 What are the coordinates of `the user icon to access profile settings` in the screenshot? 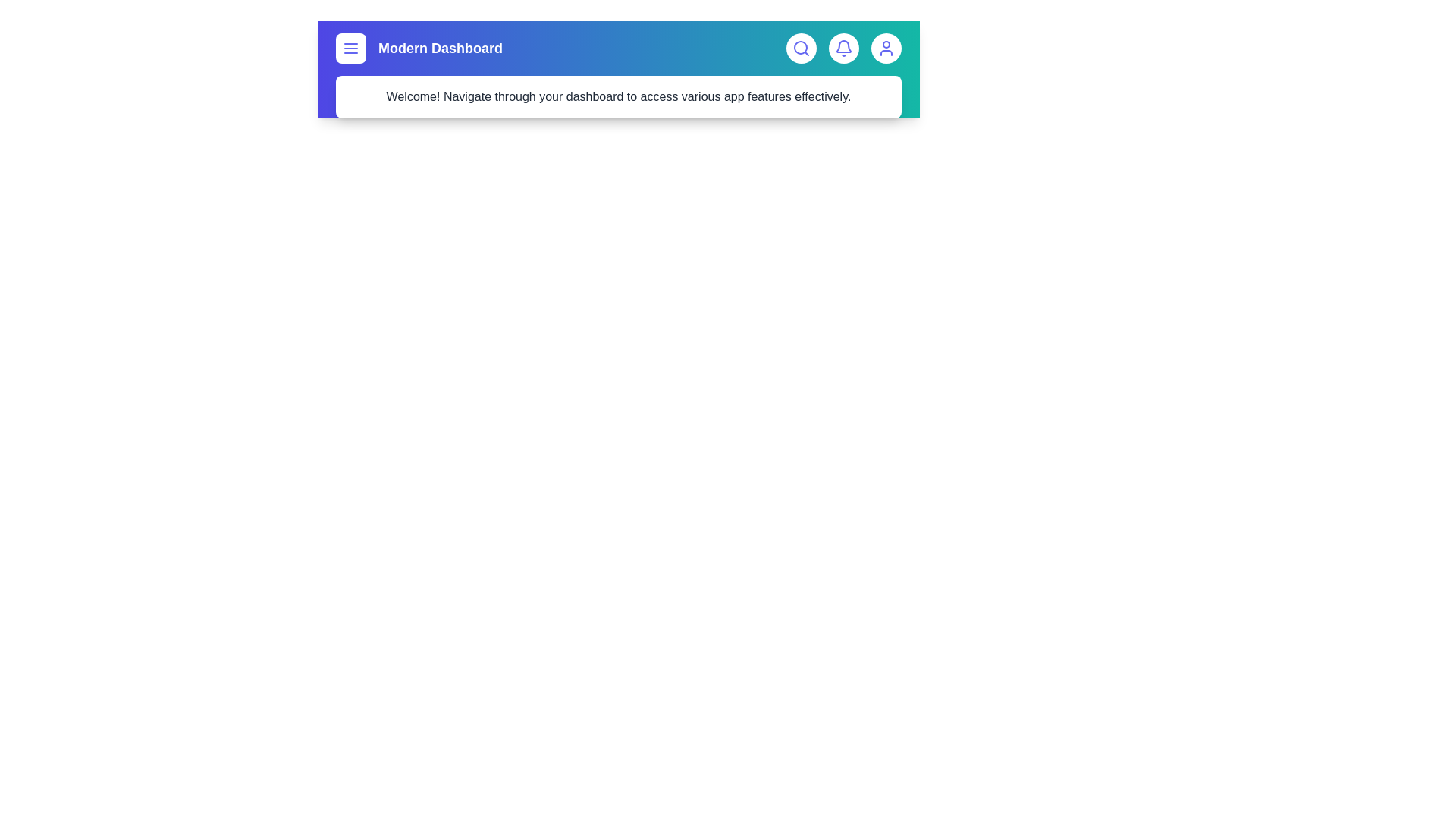 It's located at (886, 48).